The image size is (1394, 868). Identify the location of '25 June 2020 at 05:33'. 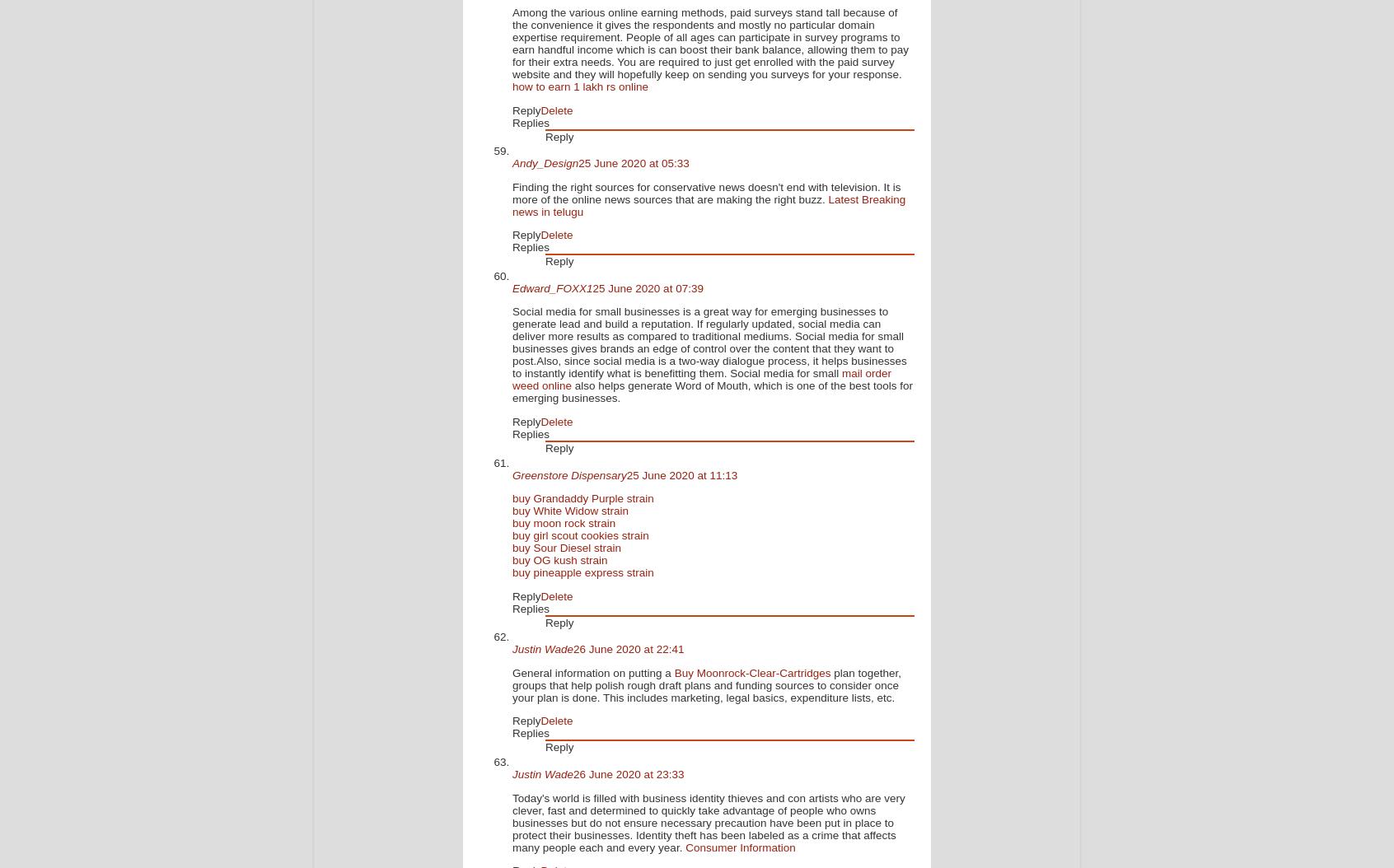
(633, 162).